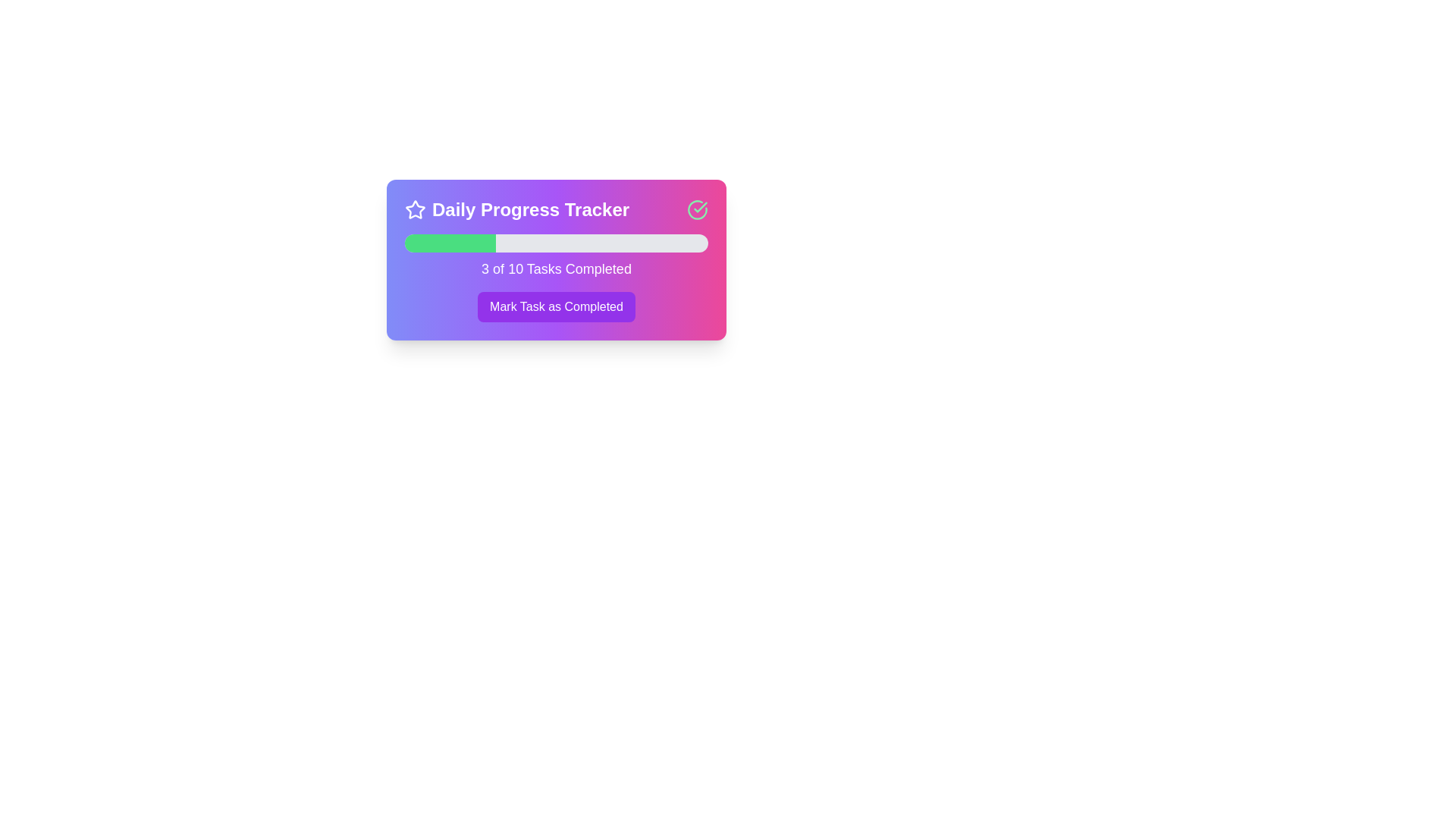  Describe the element at coordinates (556, 242) in the screenshot. I see `the progress bar that visually displays a green fill indicating 30% completion, located centrally below 'Daily Progress Tracker' and above '3 of 10 Tasks Completed'` at that location.